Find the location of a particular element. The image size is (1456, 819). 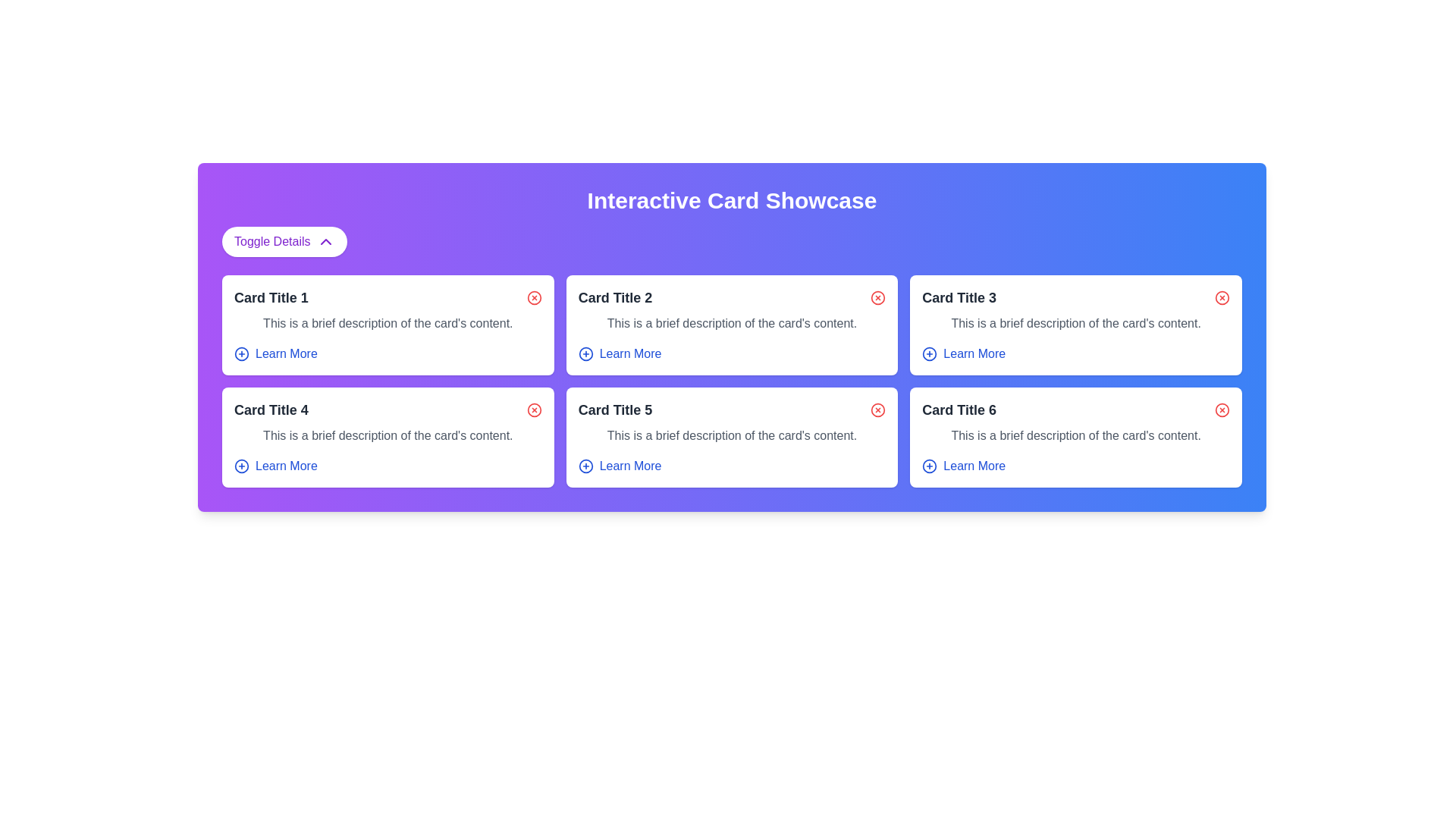

the hyperlink located at the bottom-right corner of the card labeled 'Card Title 6' is located at coordinates (963, 465).